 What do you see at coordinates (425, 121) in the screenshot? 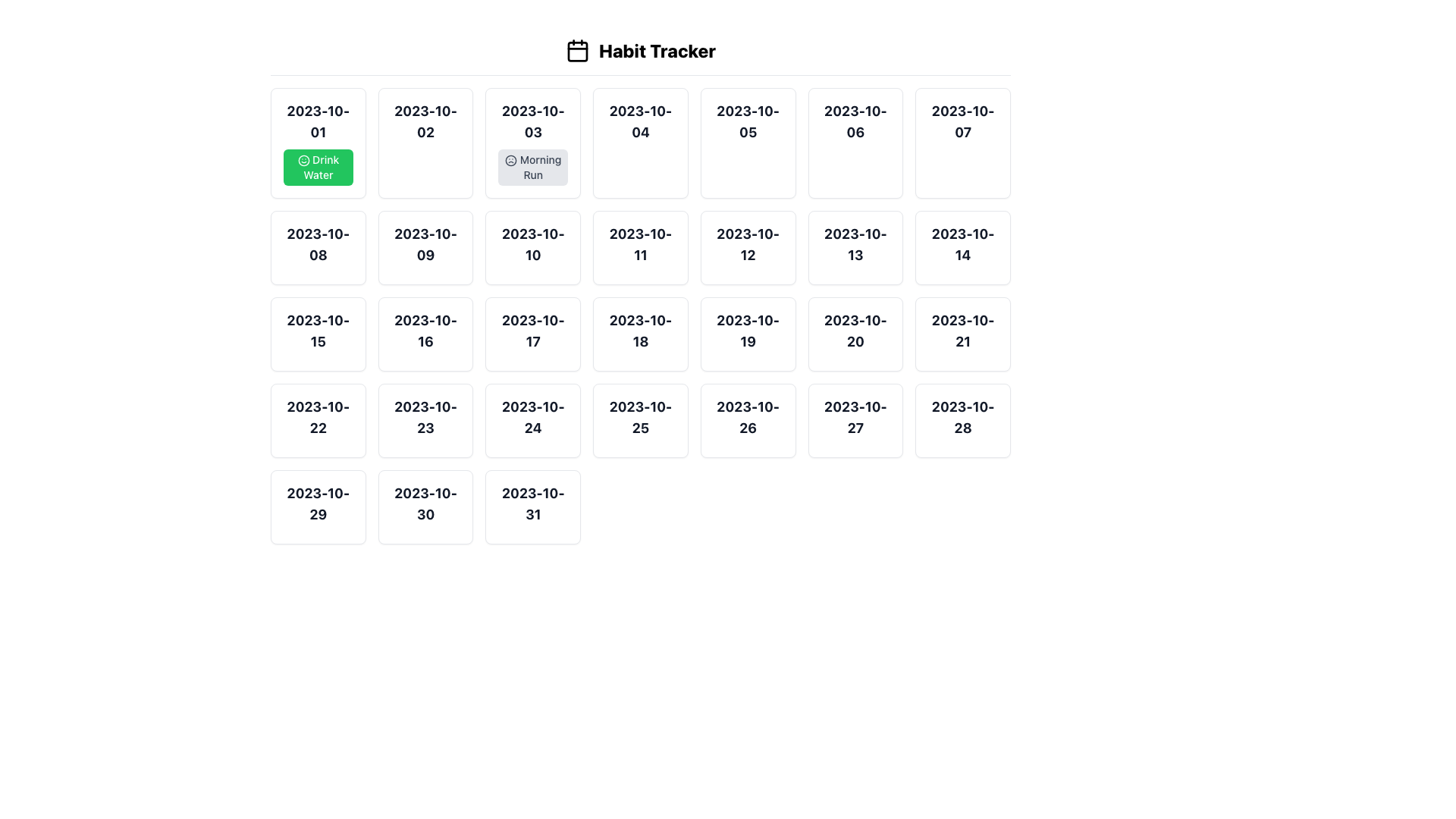
I see `the bold, large-sized text displaying the date '2023-10-02', which is centered in its box in the second column of the first row of a grid layout` at bounding box center [425, 121].